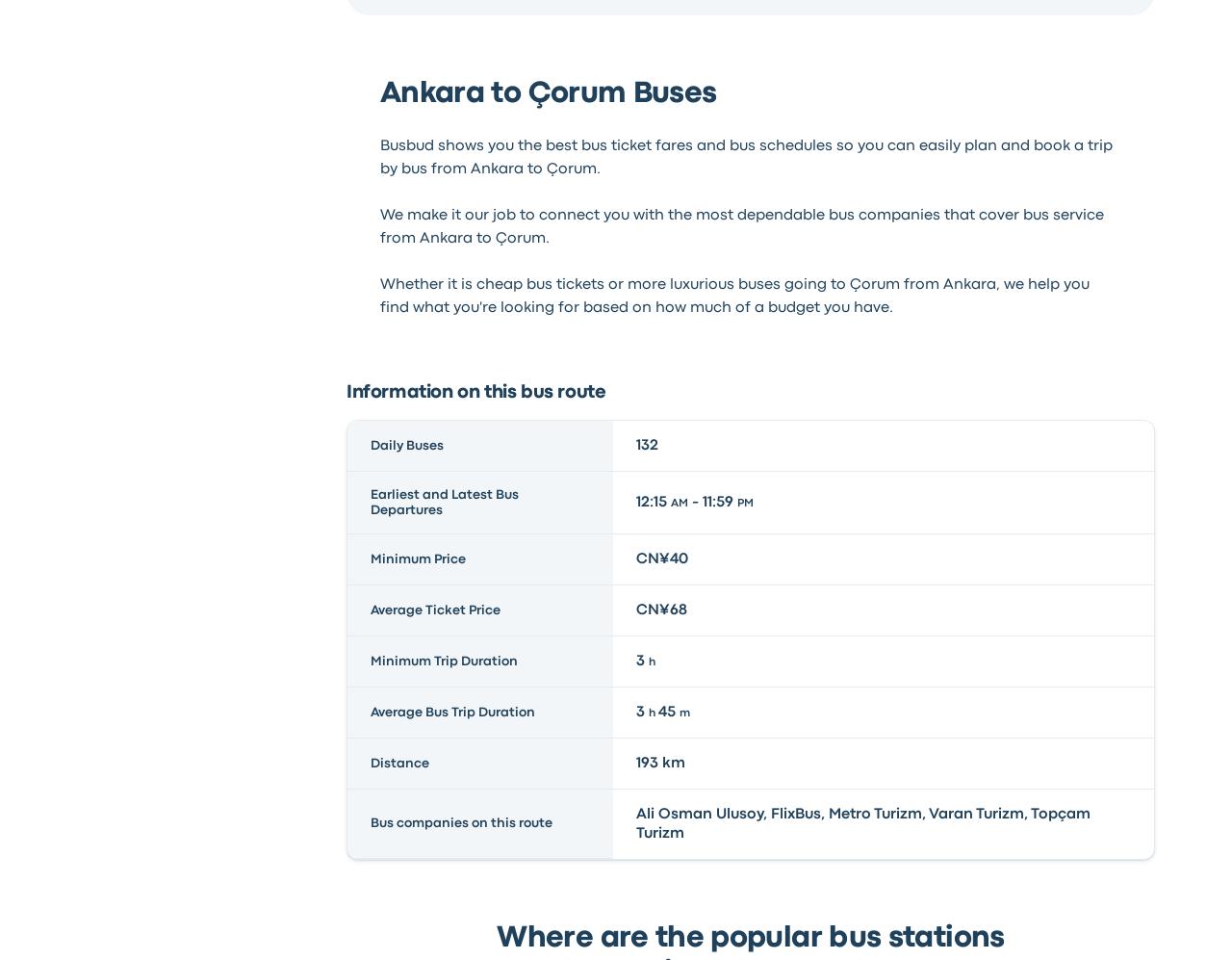 The image size is (1232, 960). What do you see at coordinates (378, 93) in the screenshot?
I see `'Ankara to Çorum Buses'` at bounding box center [378, 93].